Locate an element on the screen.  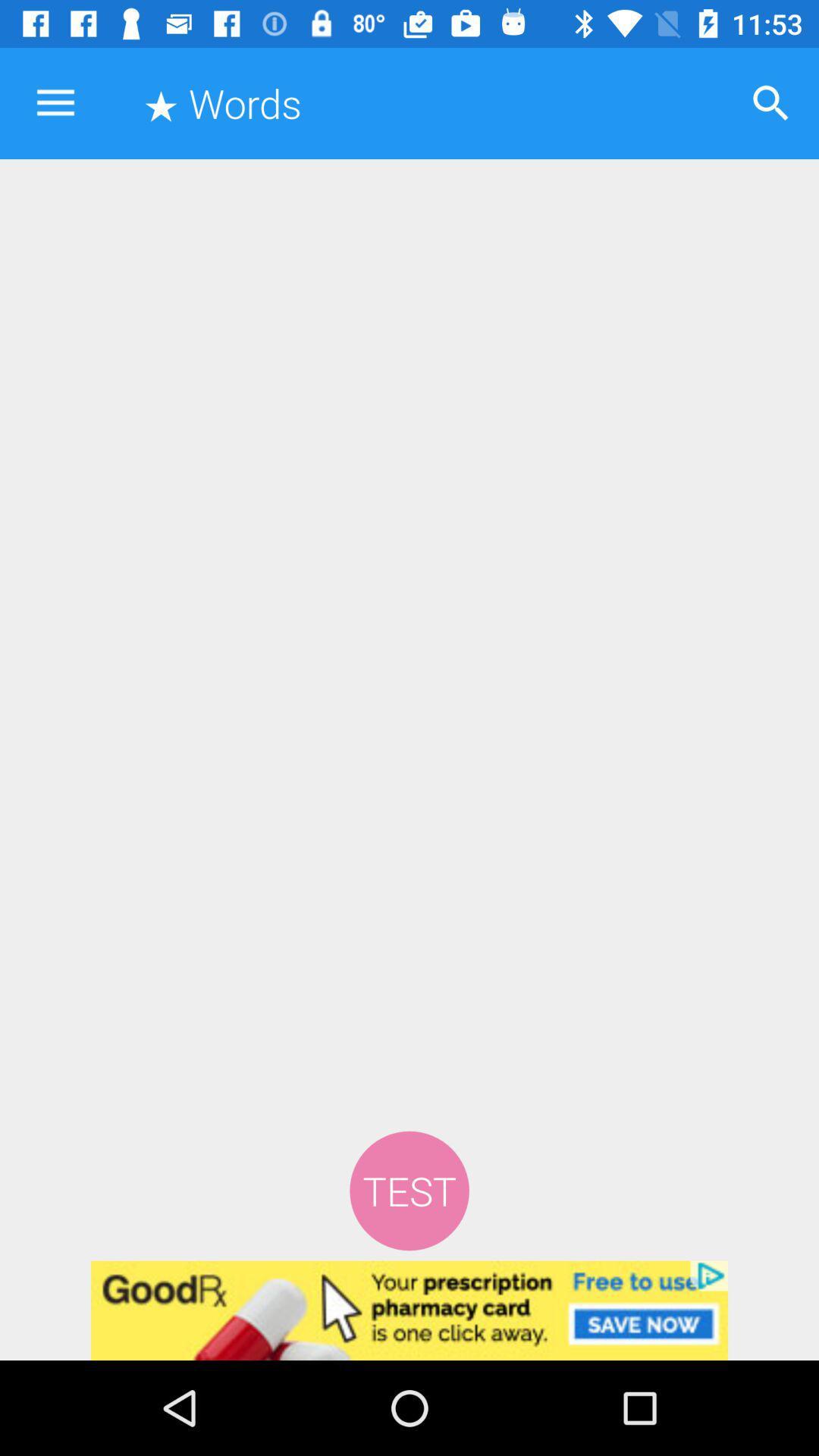
advertisement is located at coordinates (409, 1310).